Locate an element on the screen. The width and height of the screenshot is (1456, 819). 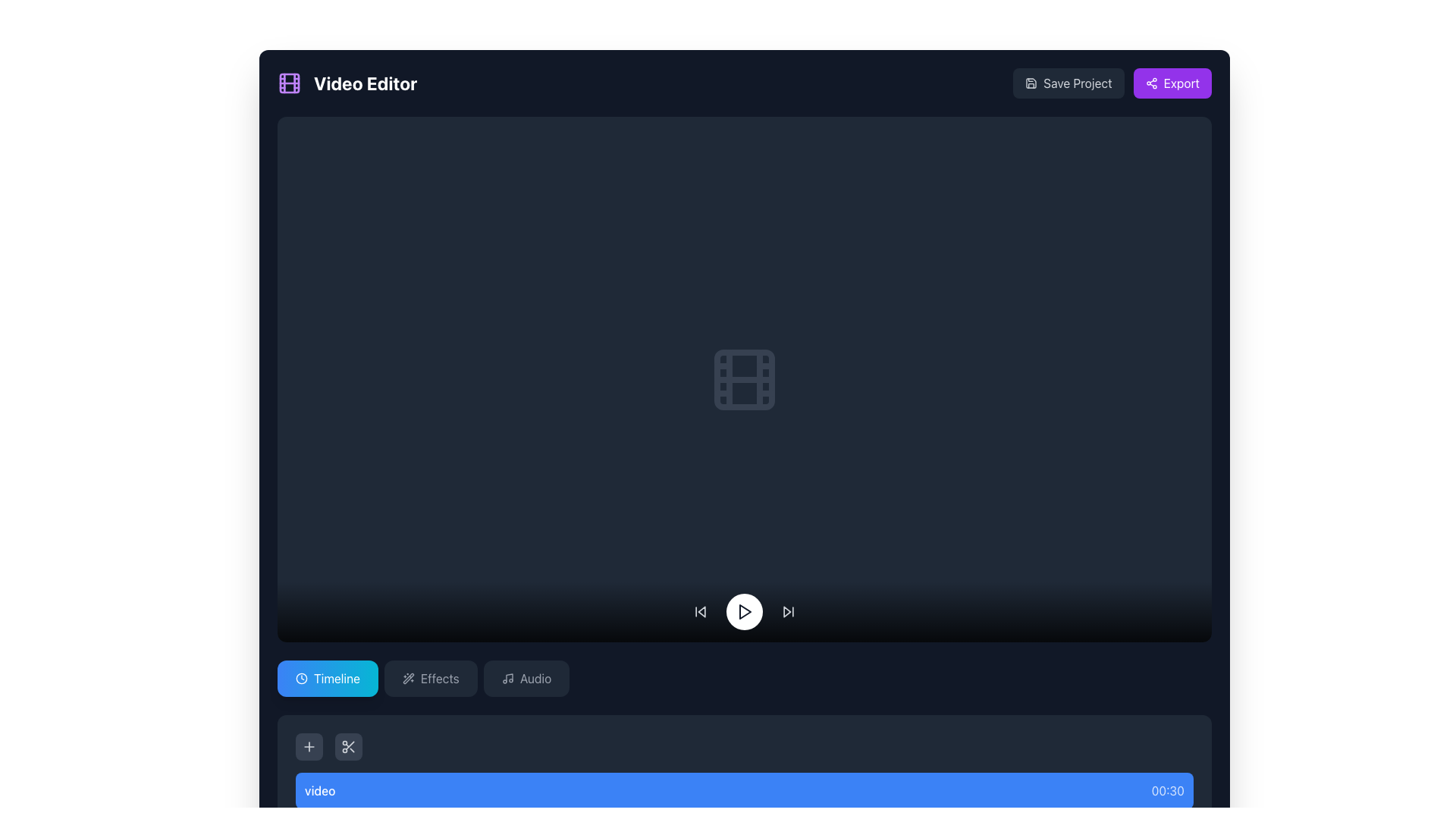
the Control bar with a black gradient background located at the bottom of the interface, which features several interactive control elements aligned centrally is located at coordinates (745, 610).